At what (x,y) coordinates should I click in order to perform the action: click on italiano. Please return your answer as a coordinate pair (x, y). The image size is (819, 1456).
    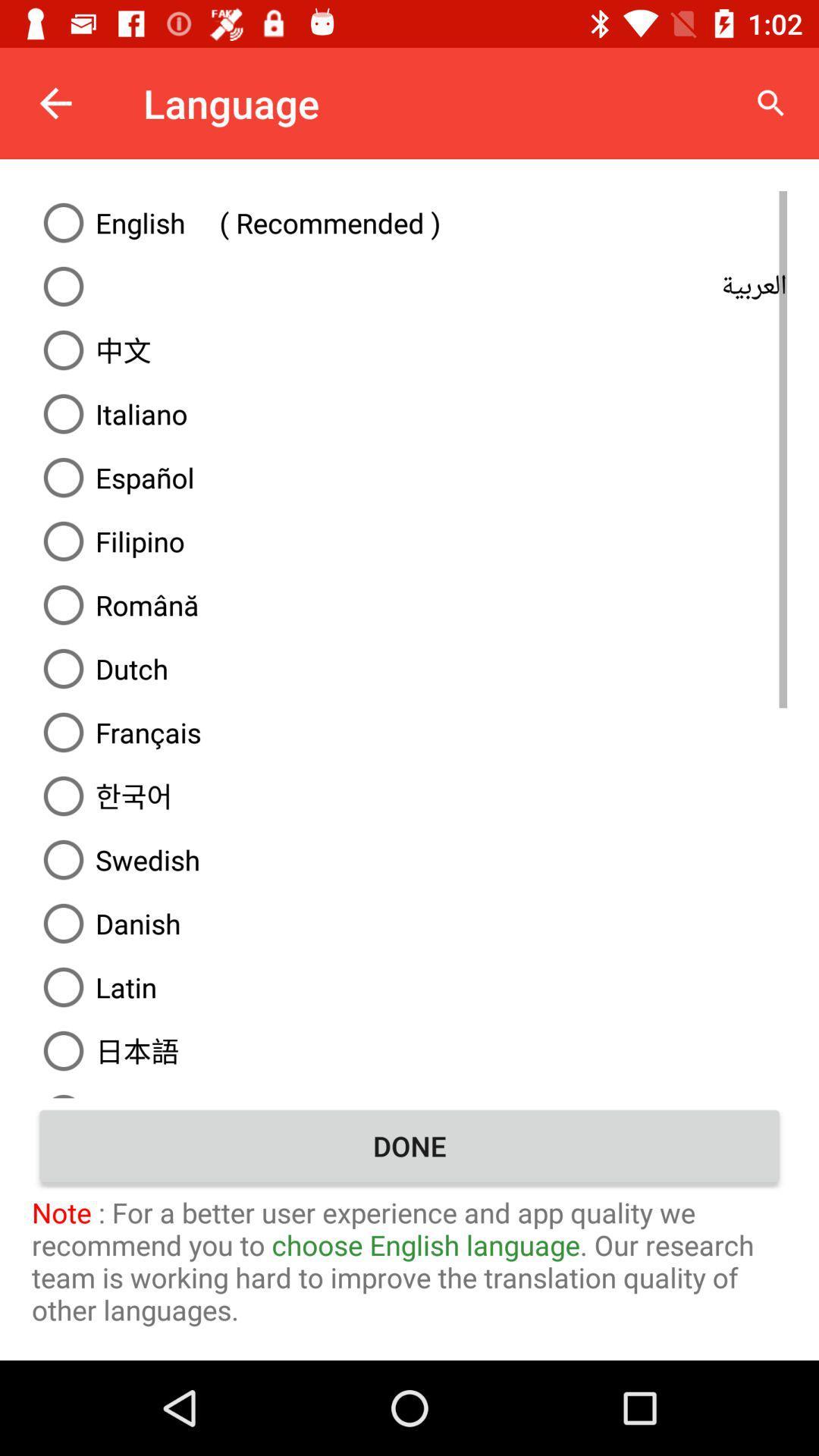
    Looking at the image, I should click on (409, 414).